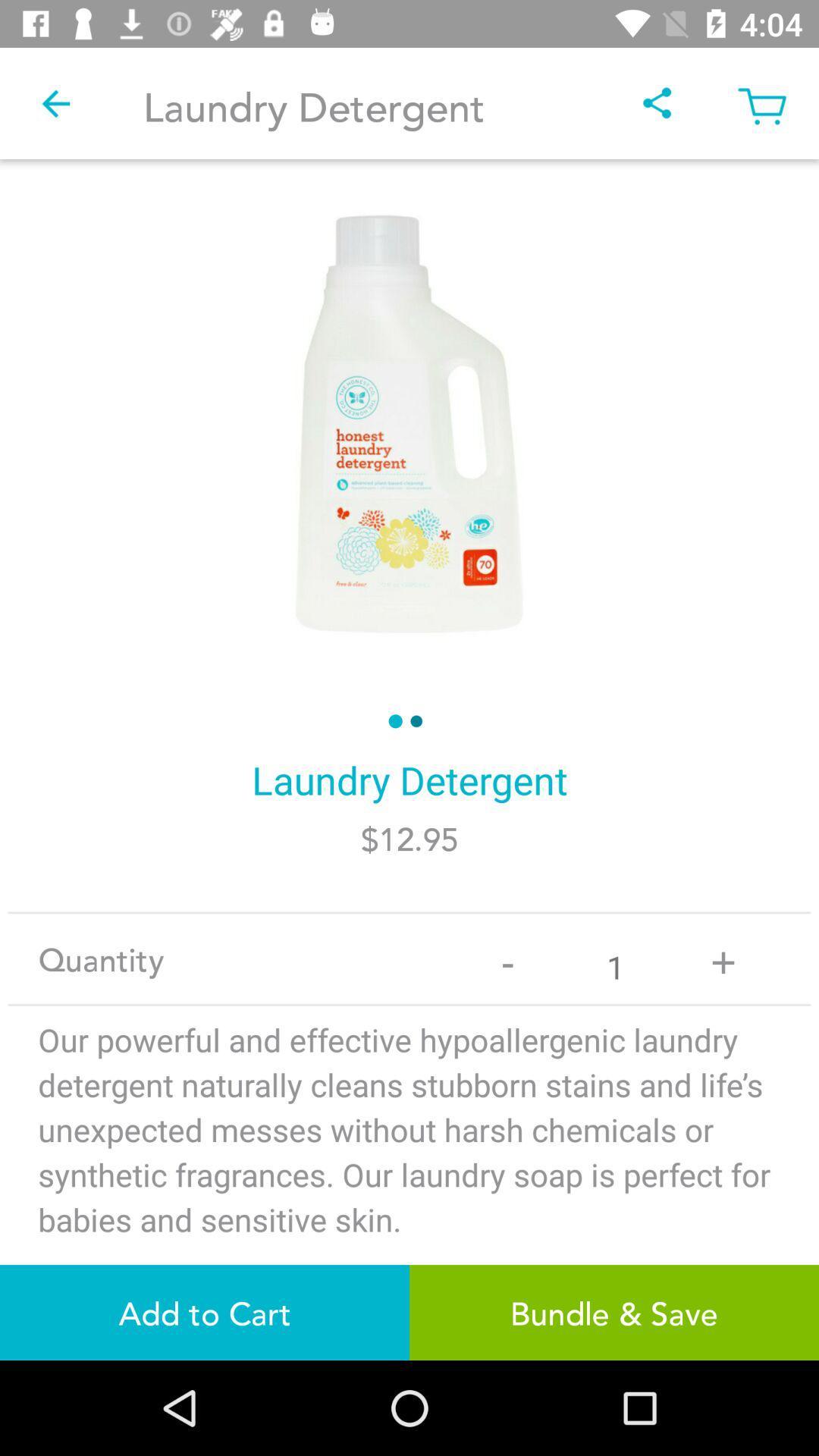  Describe the element at coordinates (614, 1312) in the screenshot. I see `the bundle & save at the bottom right corner` at that location.